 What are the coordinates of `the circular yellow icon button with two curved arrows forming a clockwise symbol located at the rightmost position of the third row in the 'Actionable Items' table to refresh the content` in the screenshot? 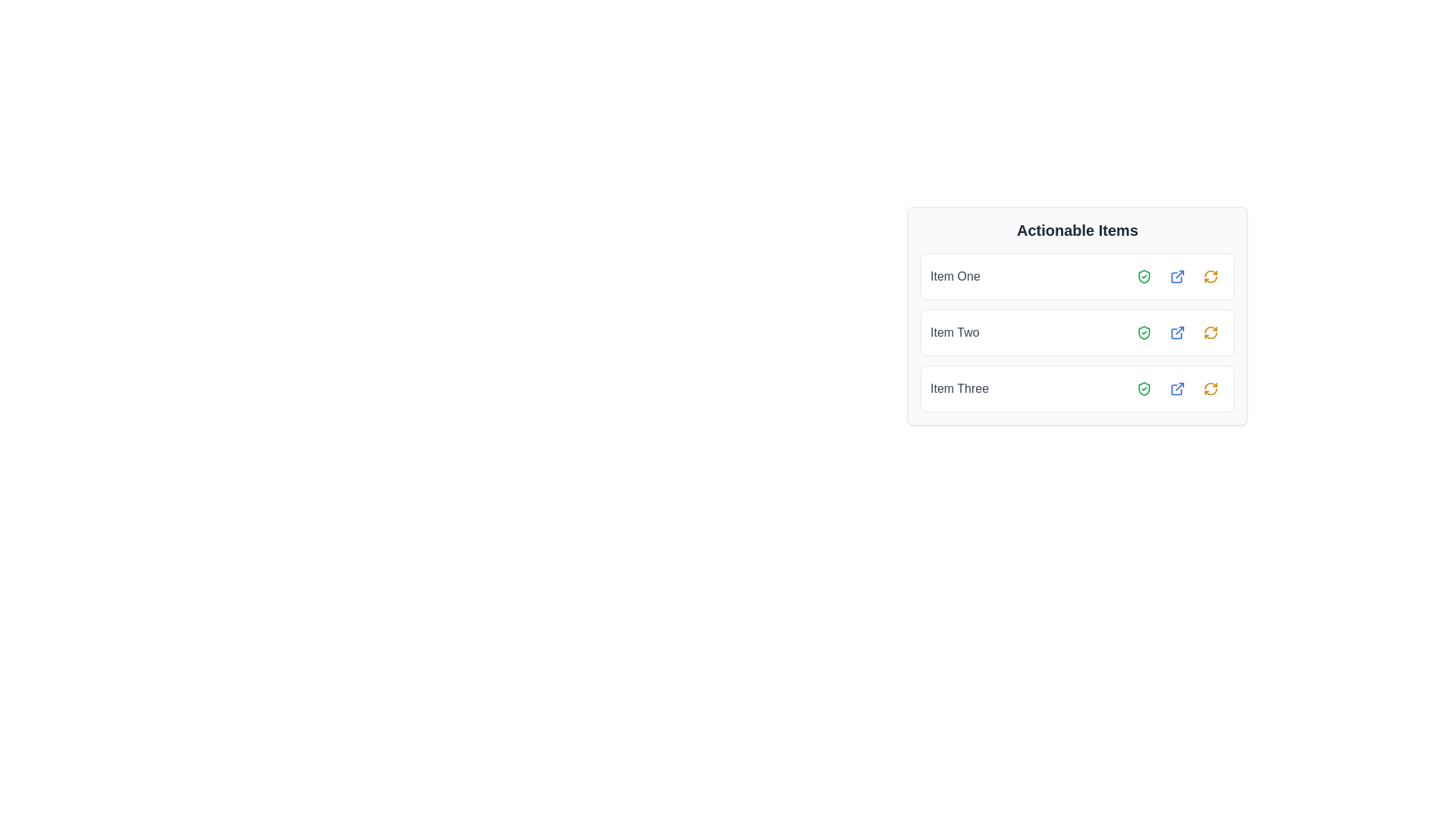 It's located at (1210, 388).